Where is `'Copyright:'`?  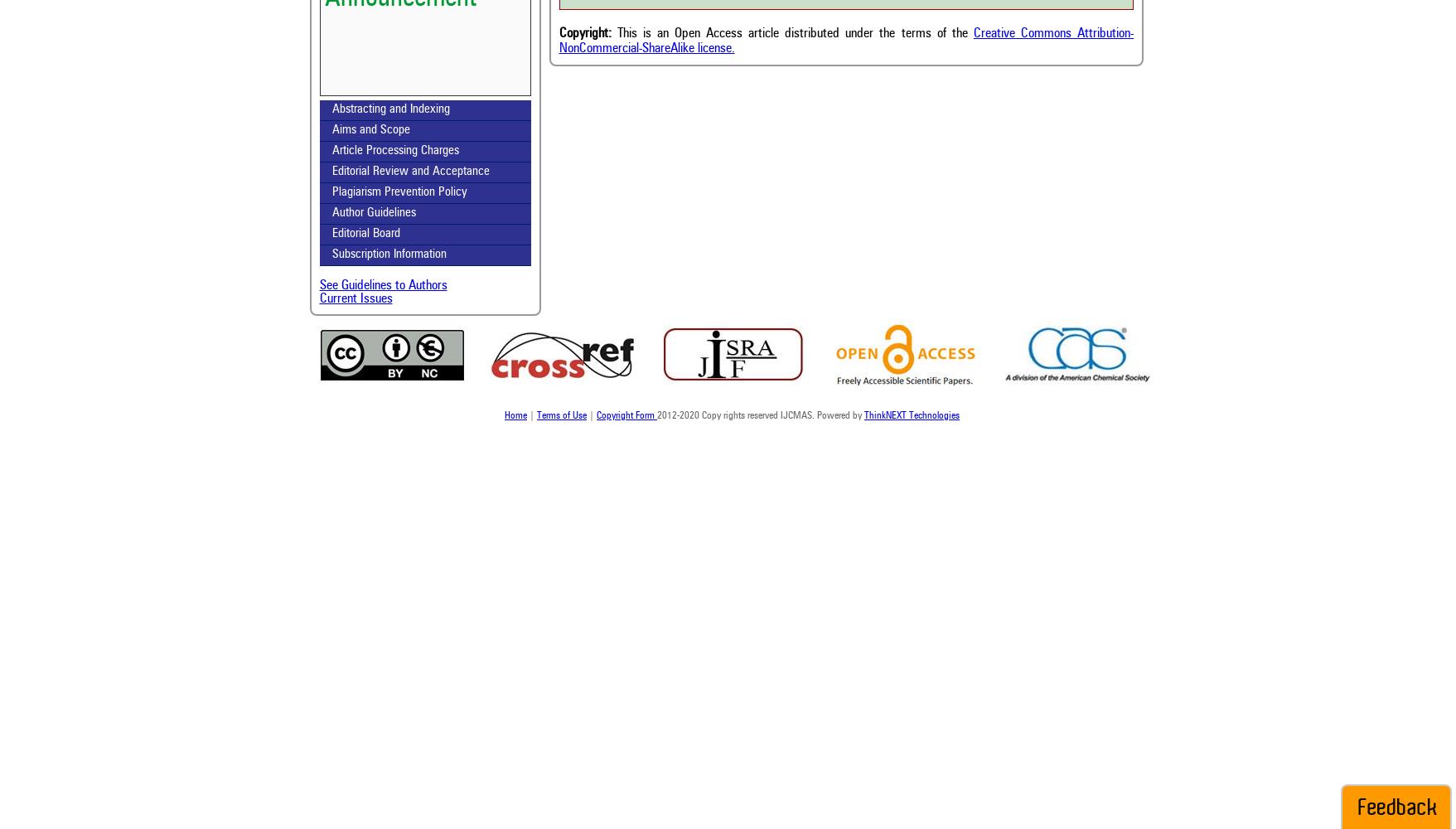
'Copyright:' is located at coordinates (583, 33).